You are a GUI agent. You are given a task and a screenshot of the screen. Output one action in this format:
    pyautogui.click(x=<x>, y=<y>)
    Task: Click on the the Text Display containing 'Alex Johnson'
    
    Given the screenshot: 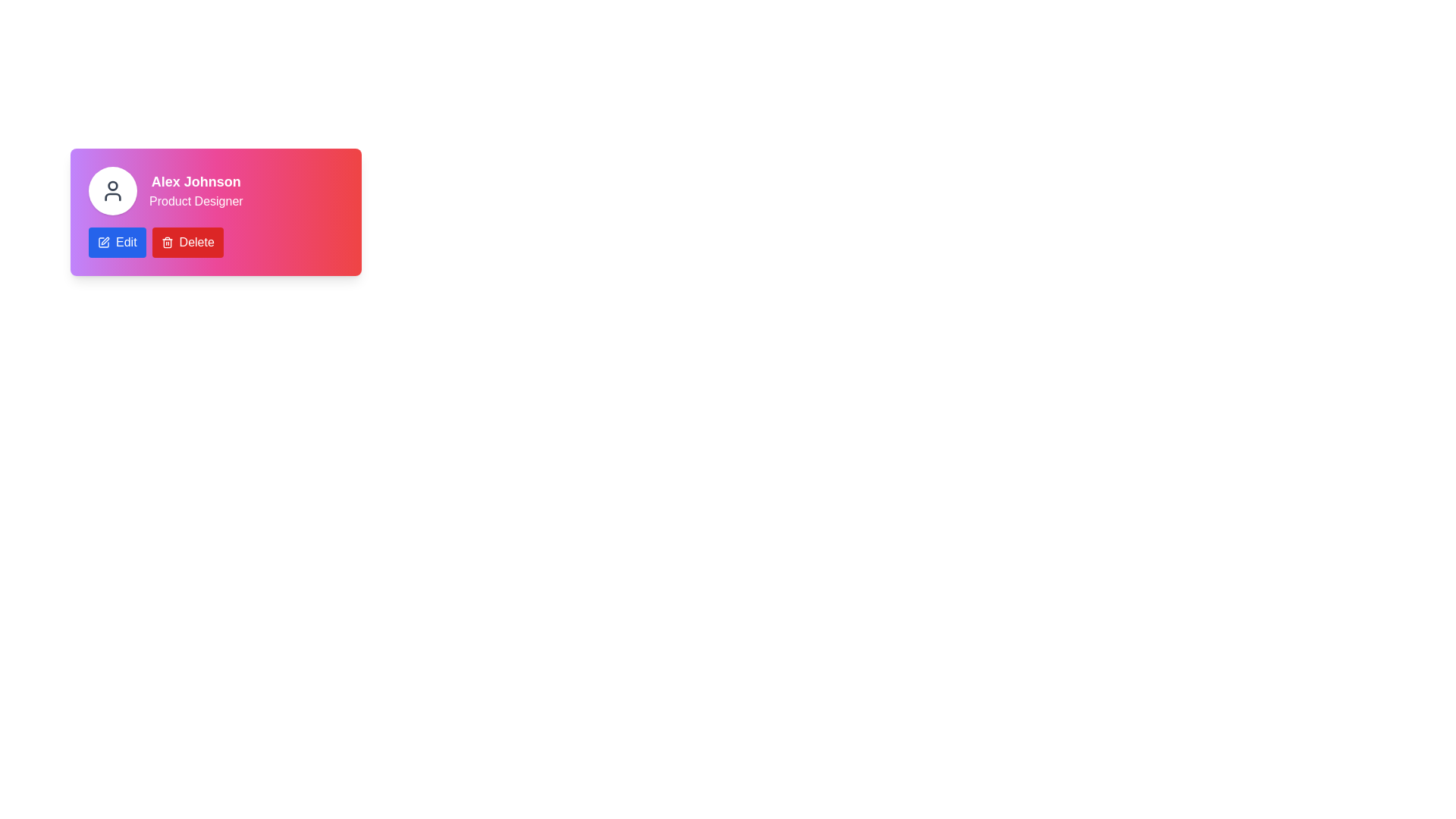 What is the action you would take?
    pyautogui.click(x=195, y=190)
    